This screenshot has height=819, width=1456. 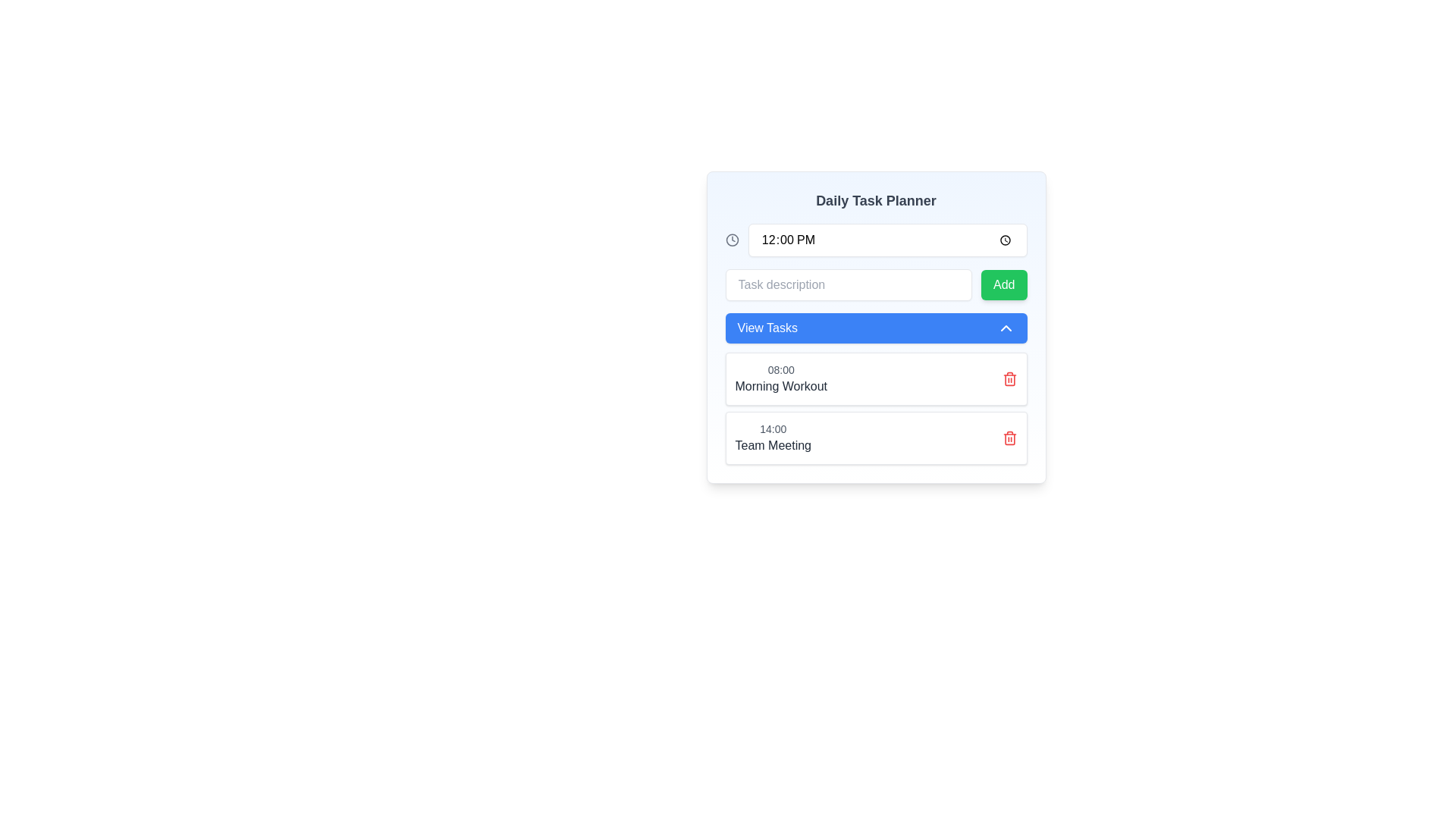 I want to click on text from the title or header label of the daily task planner interface, which is positioned at the top center above the input field and buttons, so click(x=876, y=200).